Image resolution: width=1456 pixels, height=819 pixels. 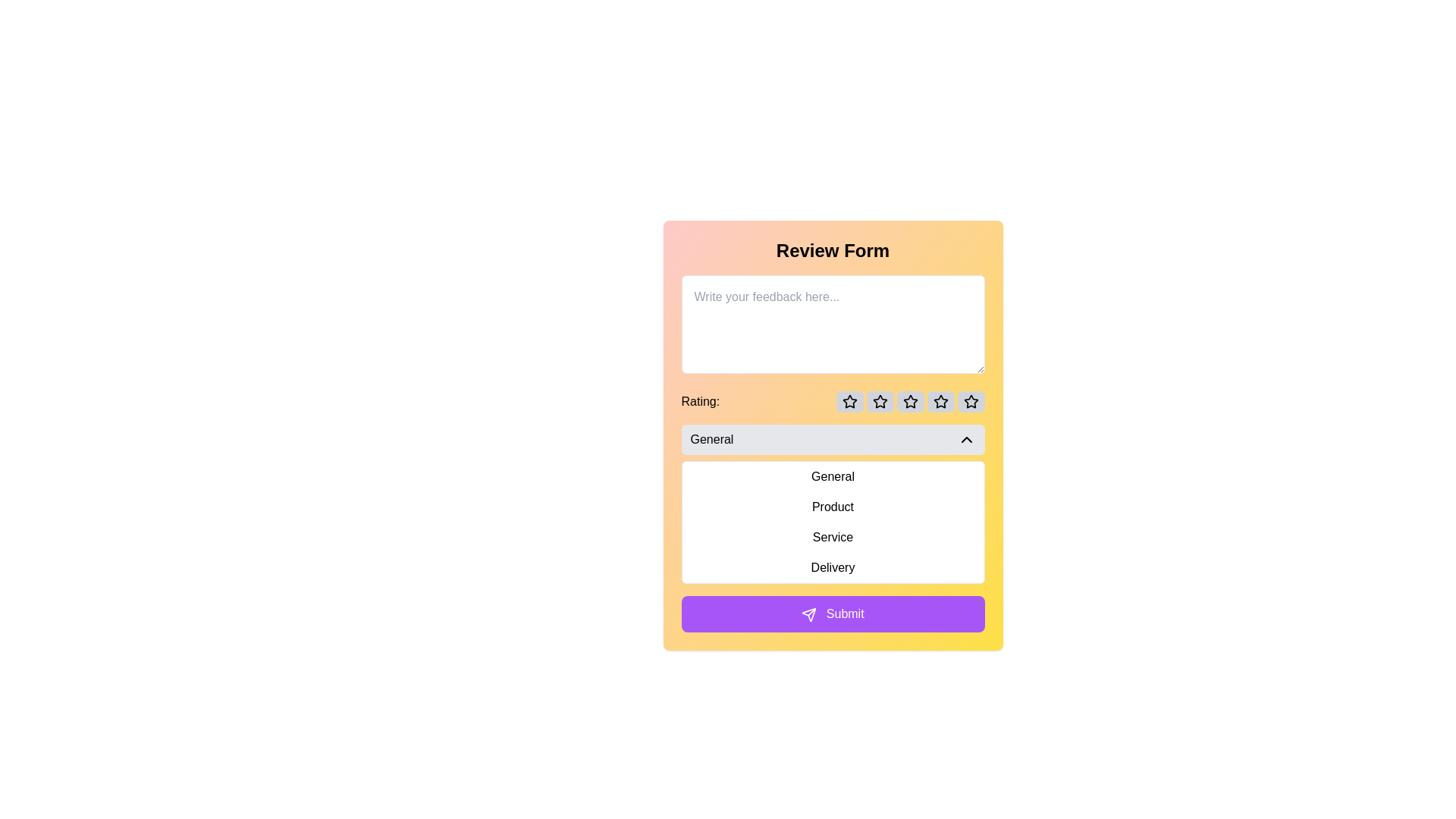 What do you see at coordinates (832, 507) in the screenshot?
I see `the 'Product' option in the dropdown menu to change its appearance` at bounding box center [832, 507].